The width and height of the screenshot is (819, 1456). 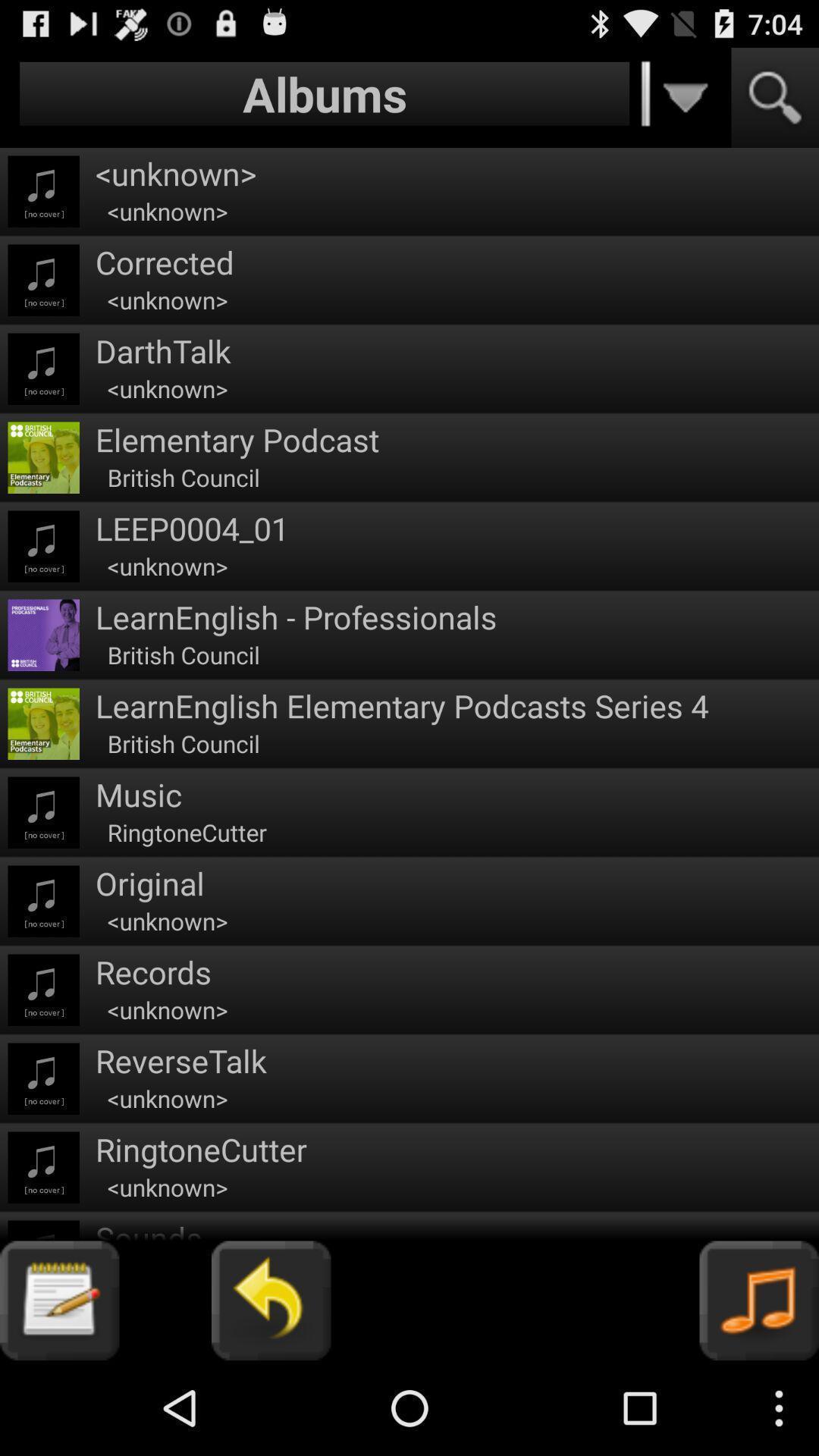 What do you see at coordinates (42, 1166) in the screenshot?
I see `the icon which is beside ringtonecutter` at bounding box center [42, 1166].